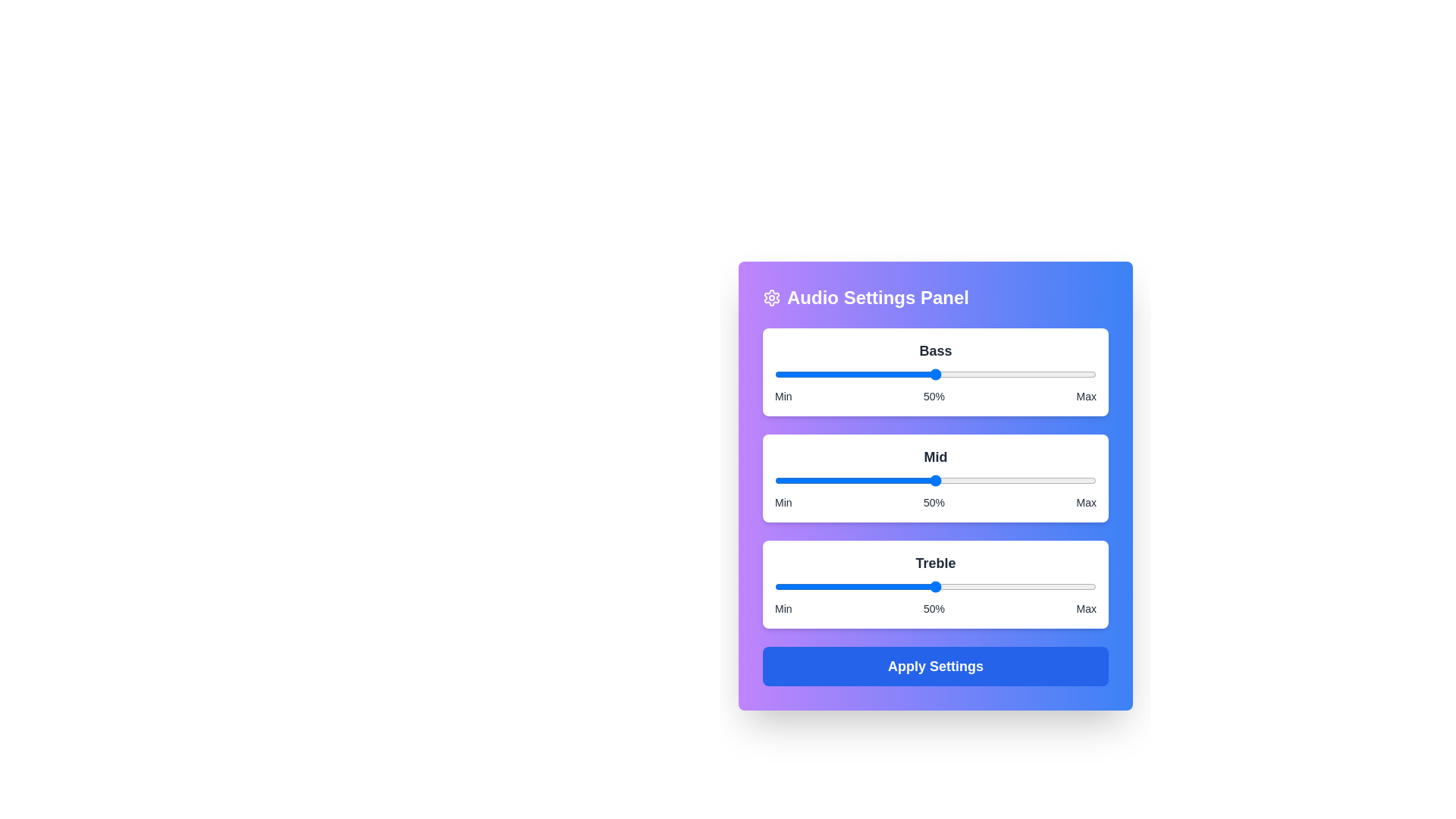 This screenshot has height=819, width=1456. What do you see at coordinates (1053, 480) in the screenshot?
I see `slider` at bounding box center [1053, 480].